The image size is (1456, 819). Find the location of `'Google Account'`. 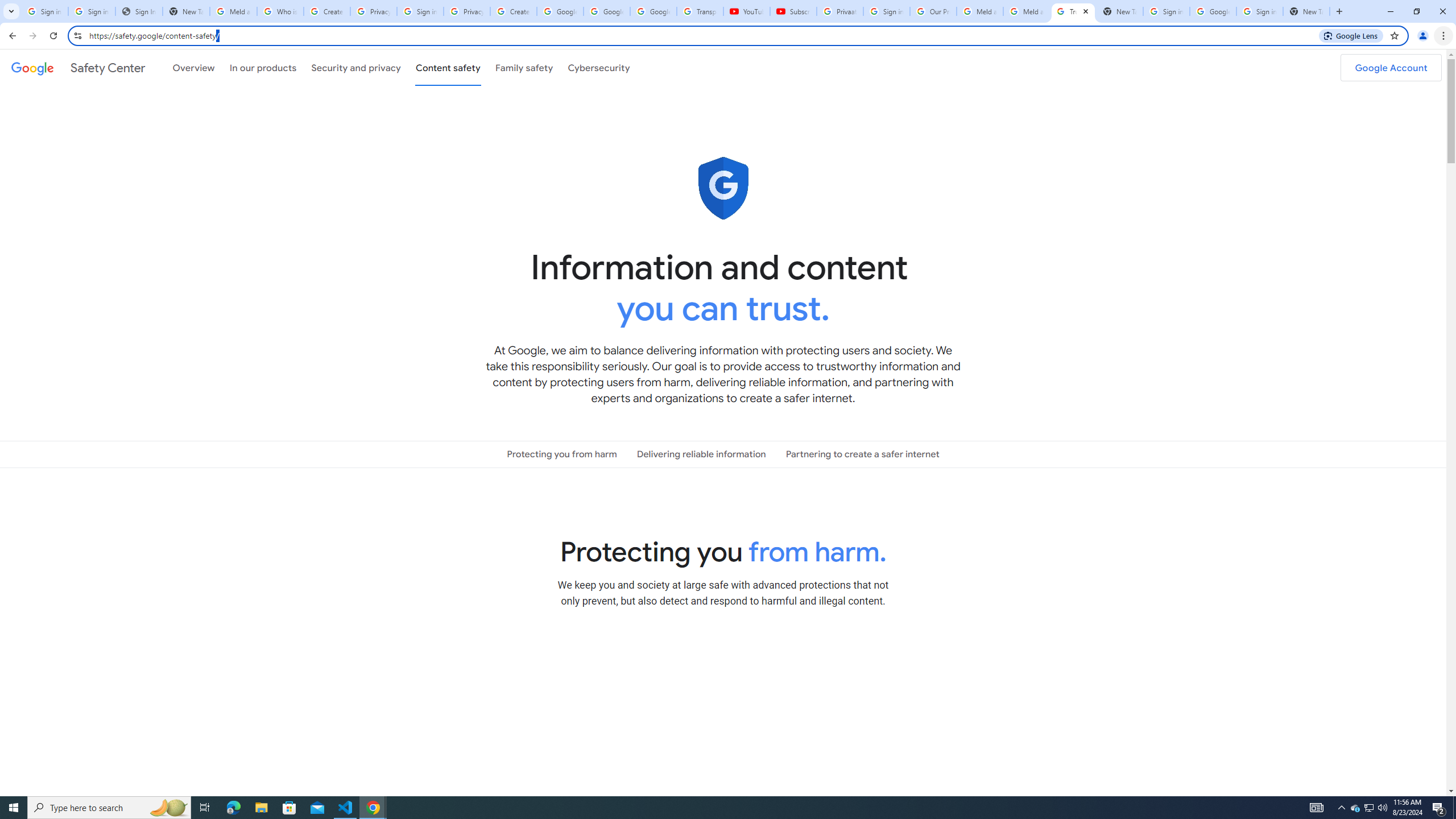

'Google Account' is located at coordinates (1391, 67).